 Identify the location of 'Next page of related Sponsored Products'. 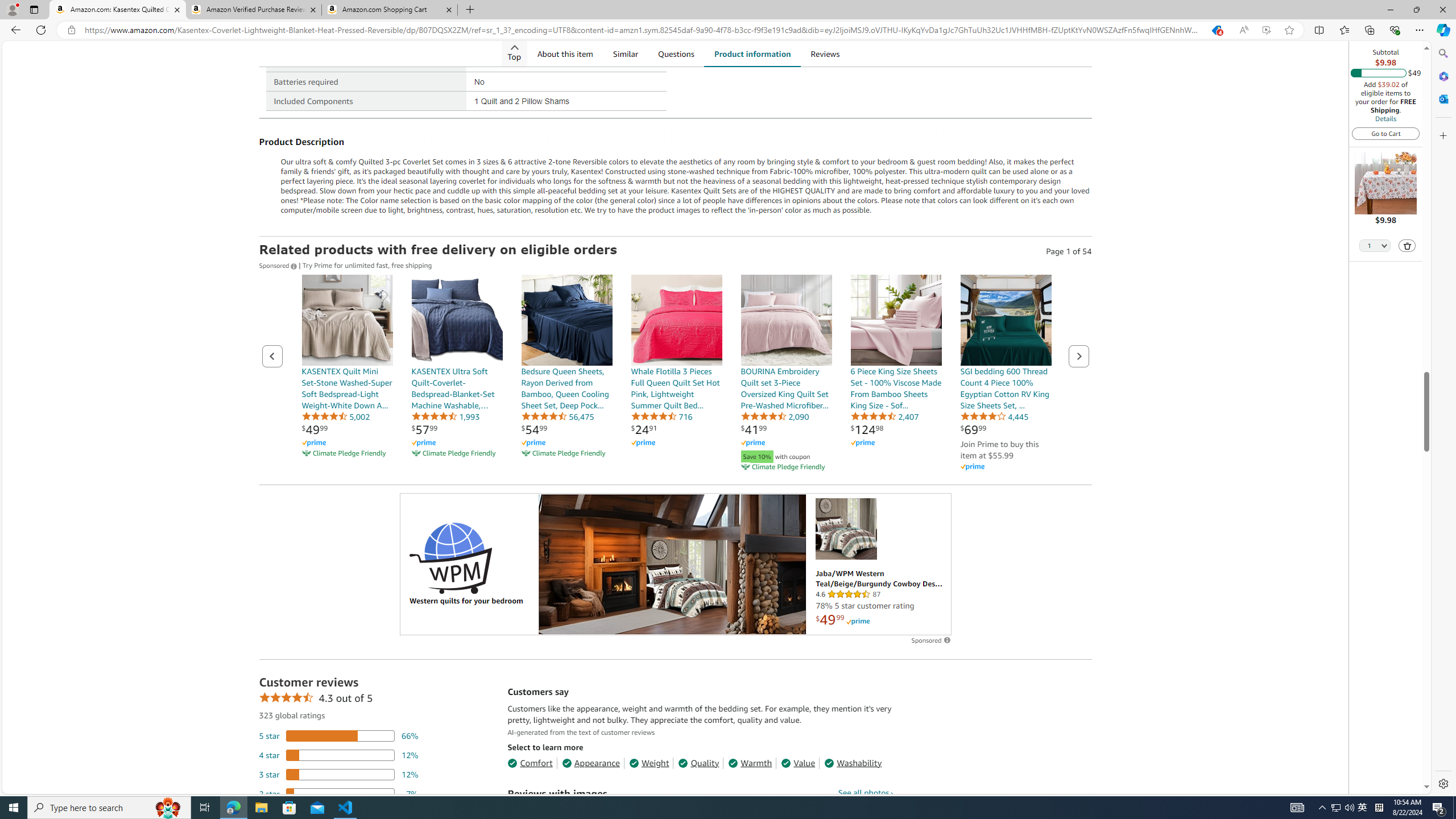
(1078, 355).